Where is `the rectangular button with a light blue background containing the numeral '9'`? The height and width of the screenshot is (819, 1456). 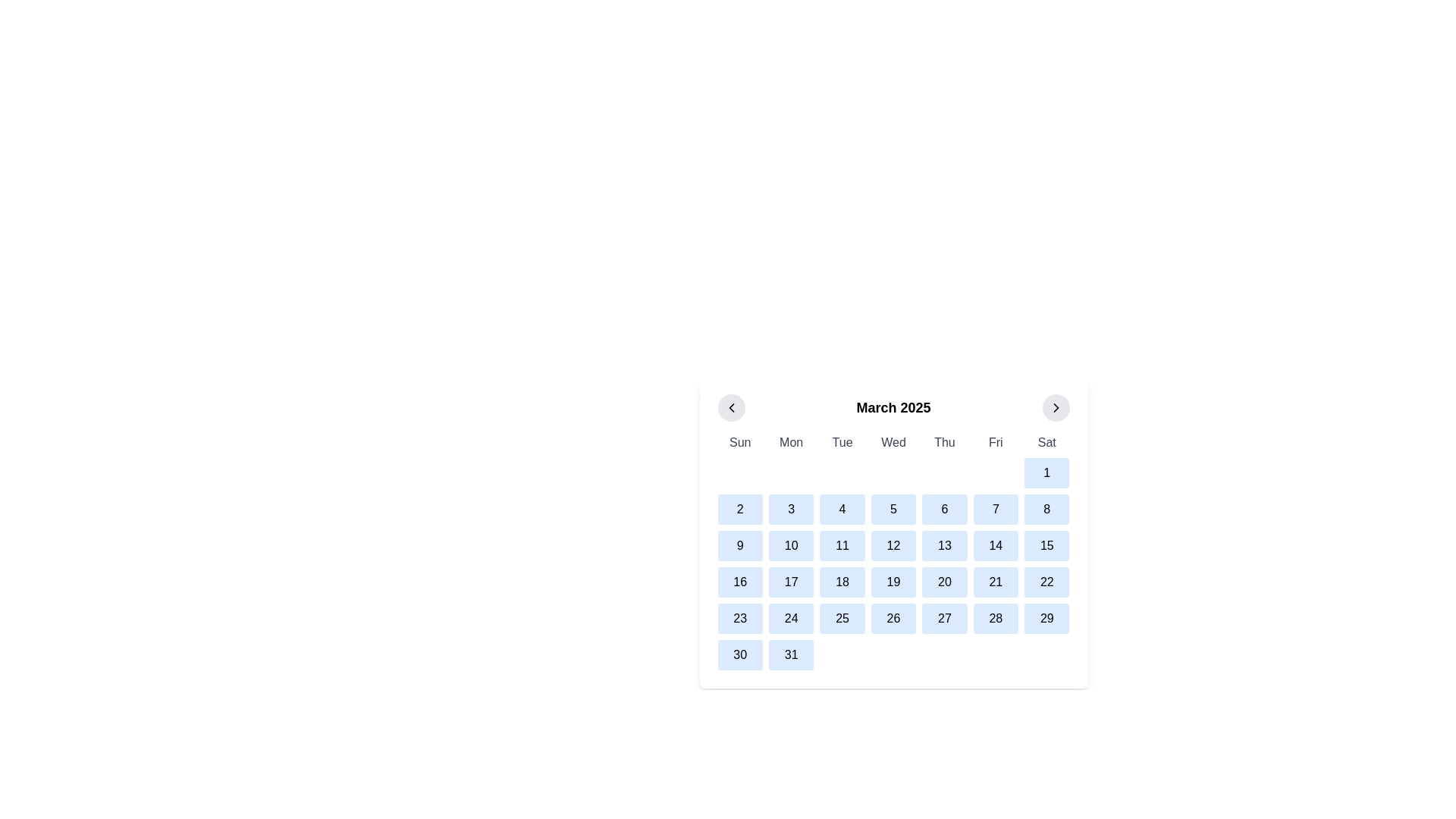
the rectangular button with a light blue background containing the numeral '9' is located at coordinates (740, 546).